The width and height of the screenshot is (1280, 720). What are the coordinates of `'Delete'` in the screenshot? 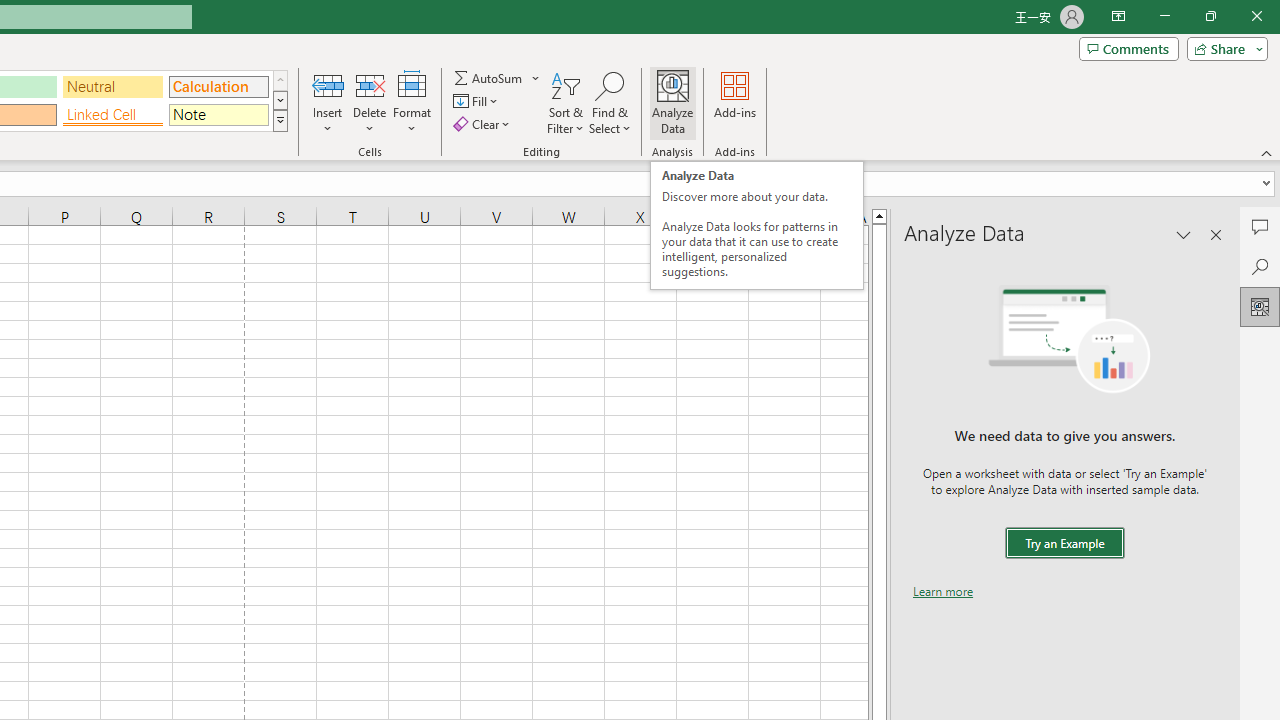 It's located at (369, 103).